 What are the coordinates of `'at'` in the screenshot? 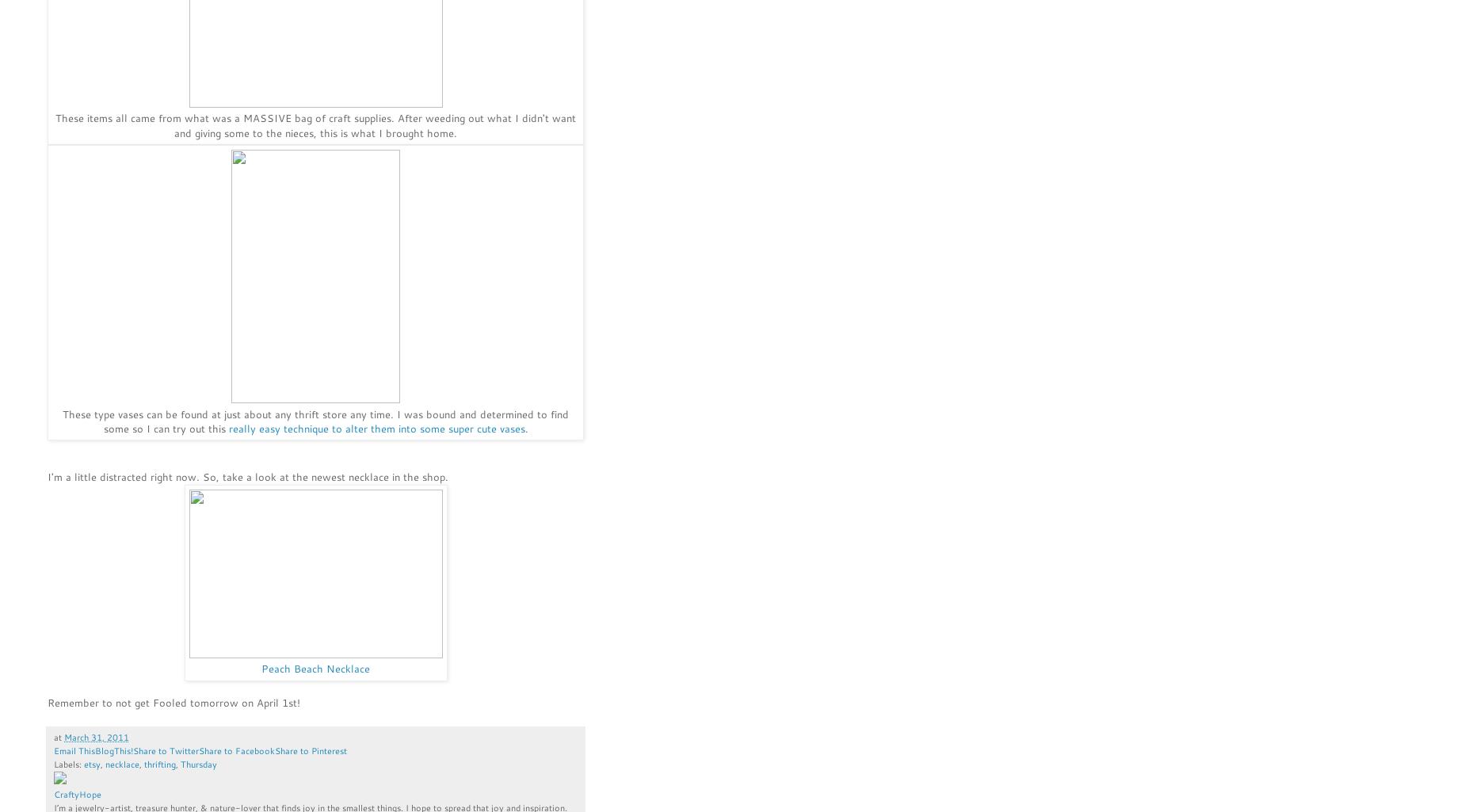 It's located at (58, 735).